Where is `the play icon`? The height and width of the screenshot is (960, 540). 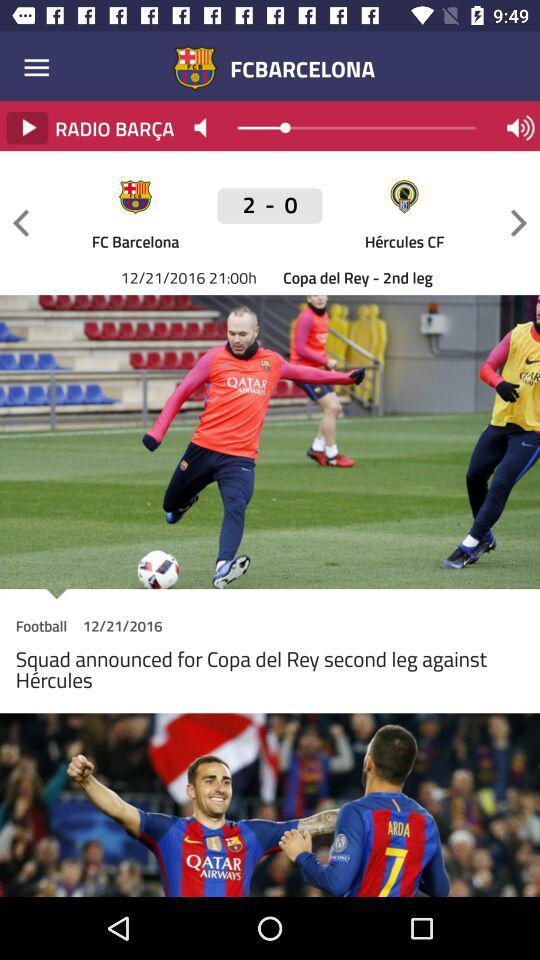 the play icon is located at coordinates (26, 127).